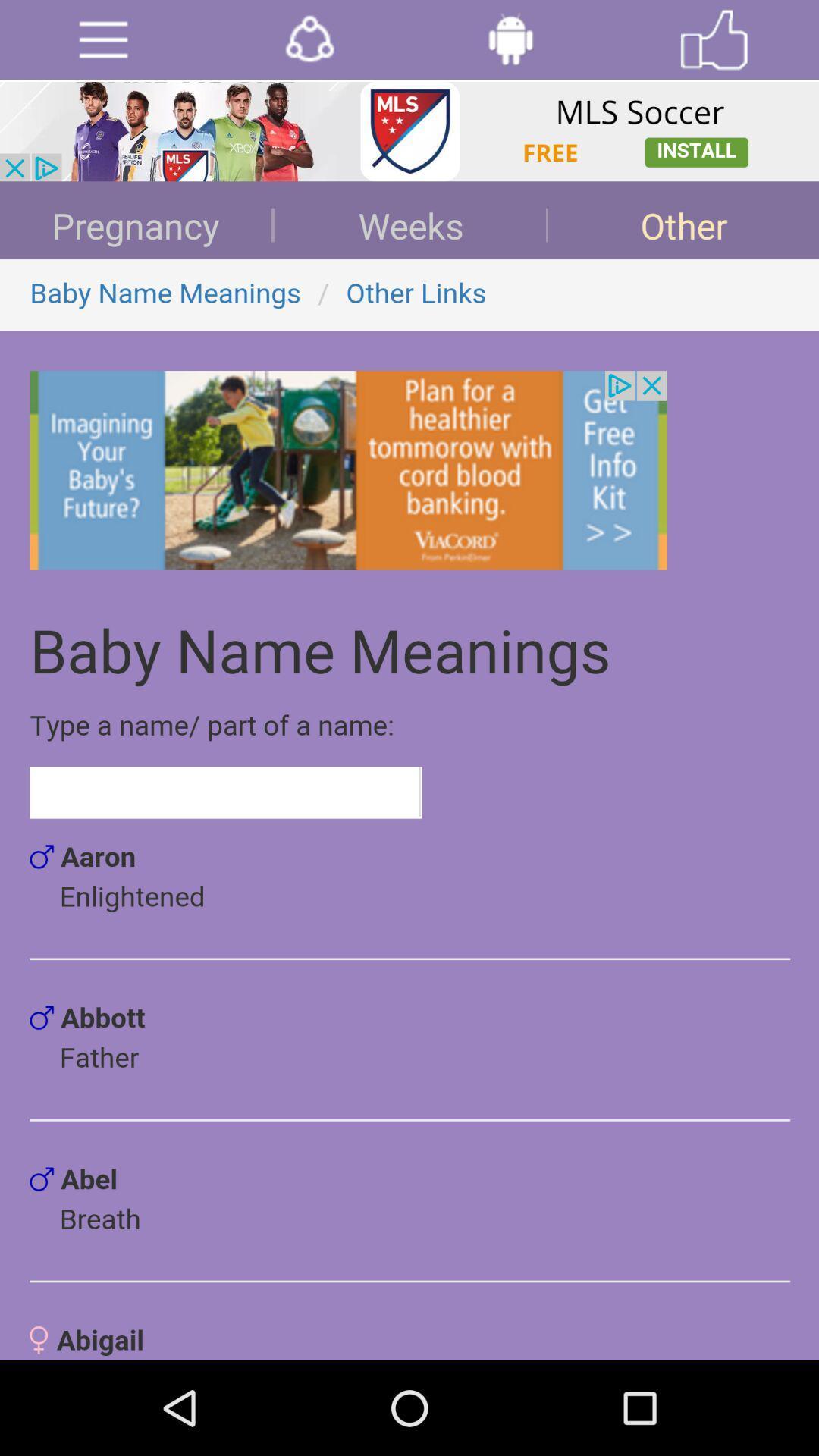 This screenshot has height=1456, width=819. Describe the element at coordinates (714, 39) in the screenshot. I see `like page` at that location.